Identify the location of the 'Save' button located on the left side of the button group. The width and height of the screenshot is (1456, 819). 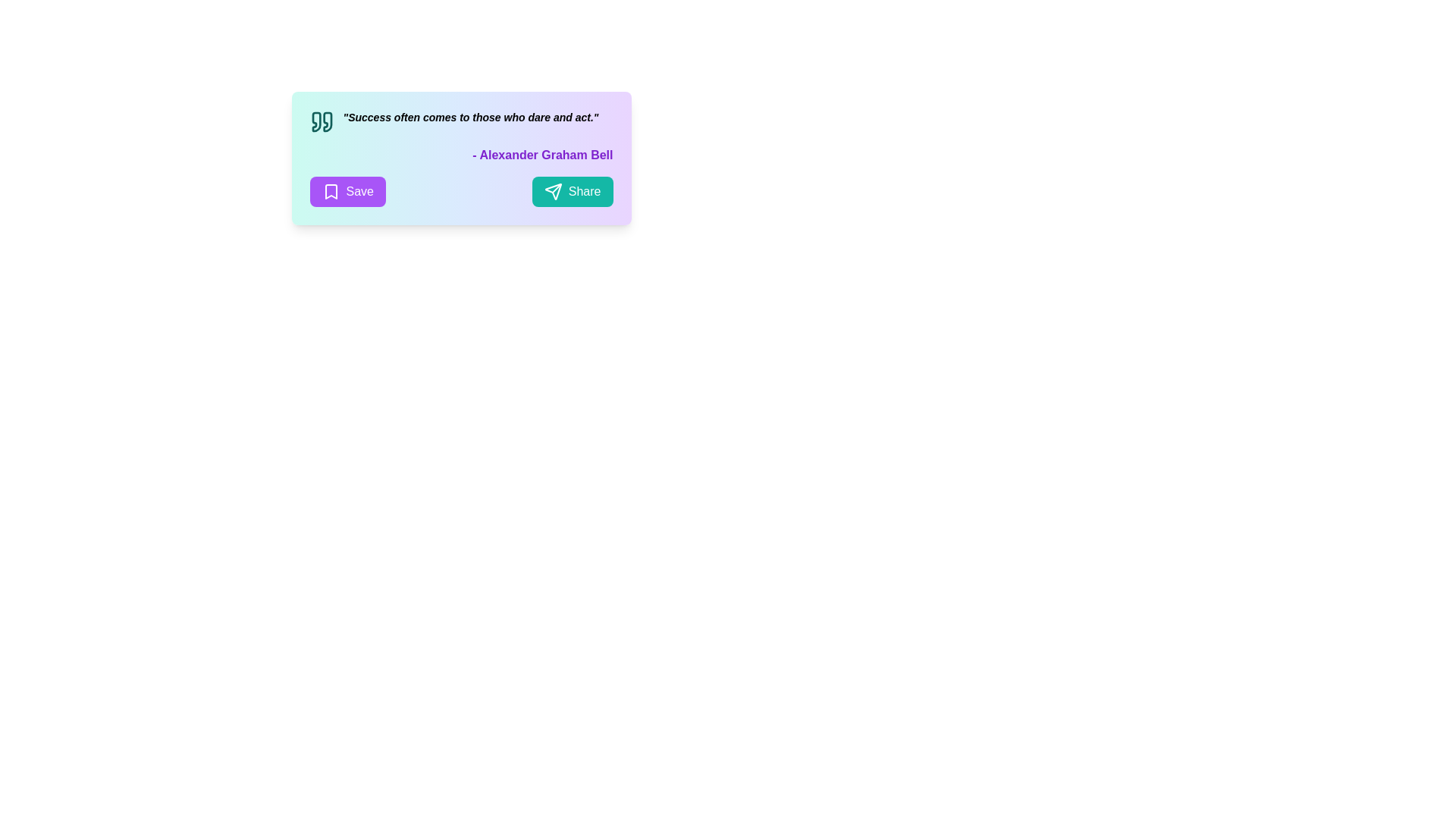
(347, 191).